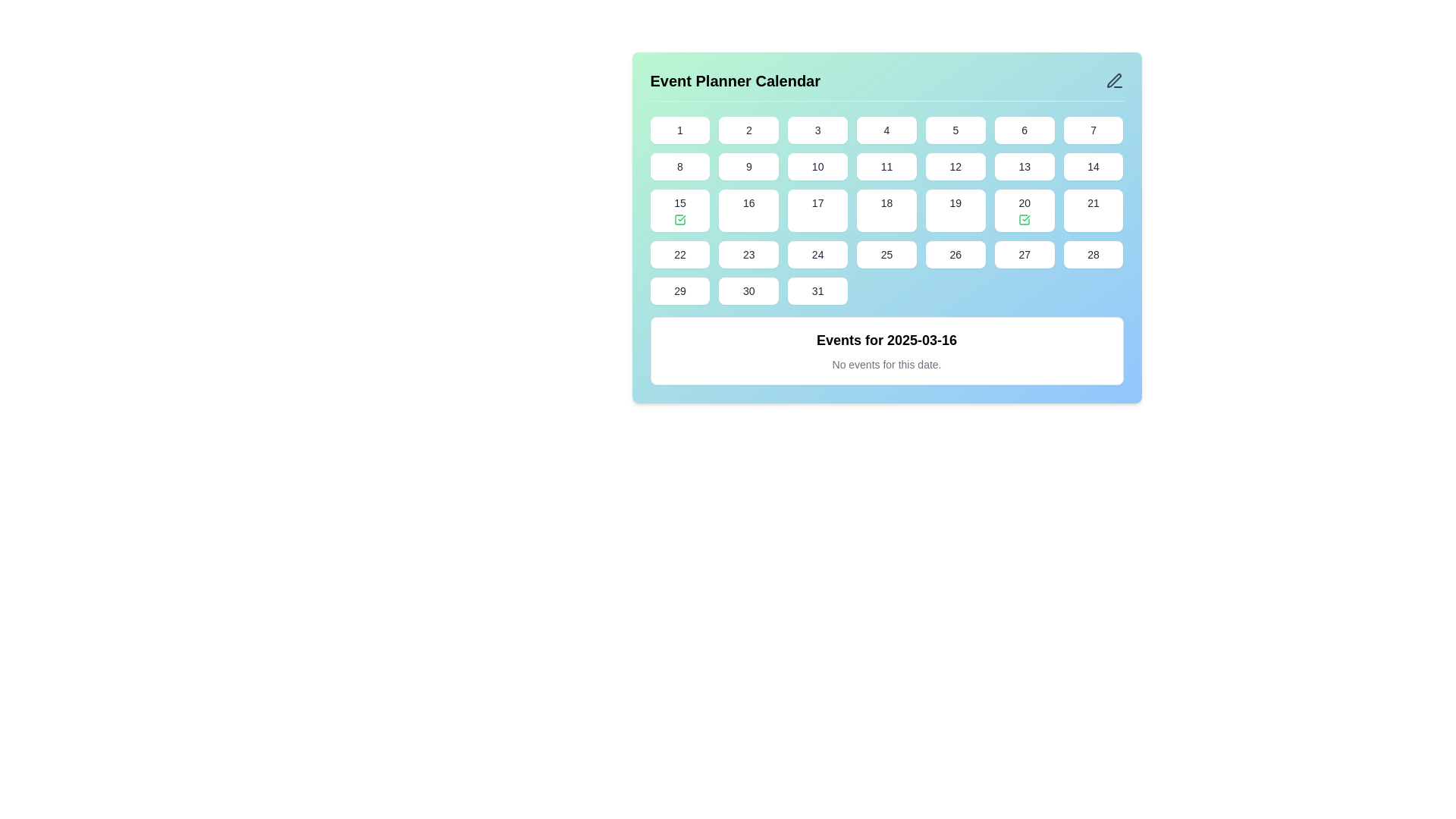 The image size is (1456, 819). What do you see at coordinates (735, 81) in the screenshot?
I see `text label displaying 'Event Planner Calendar' which is bold and positioned at the top of the interface` at bounding box center [735, 81].